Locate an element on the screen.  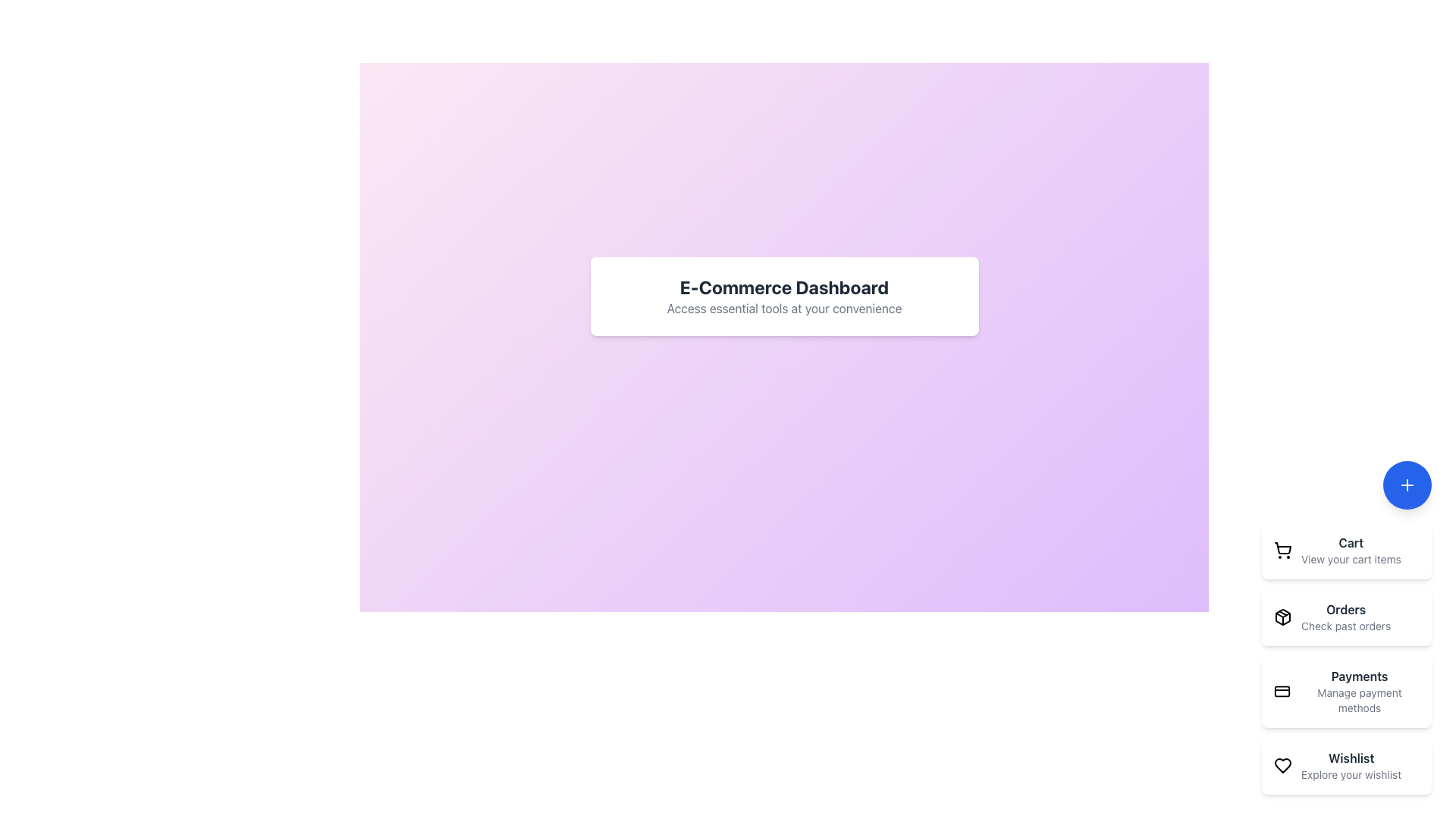
the heart-shaped icon adjacent to the 'Wishlist' label in the right-aligned menu, which is the fourth option in the list of vertically stacked menu items is located at coordinates (1282, 766).